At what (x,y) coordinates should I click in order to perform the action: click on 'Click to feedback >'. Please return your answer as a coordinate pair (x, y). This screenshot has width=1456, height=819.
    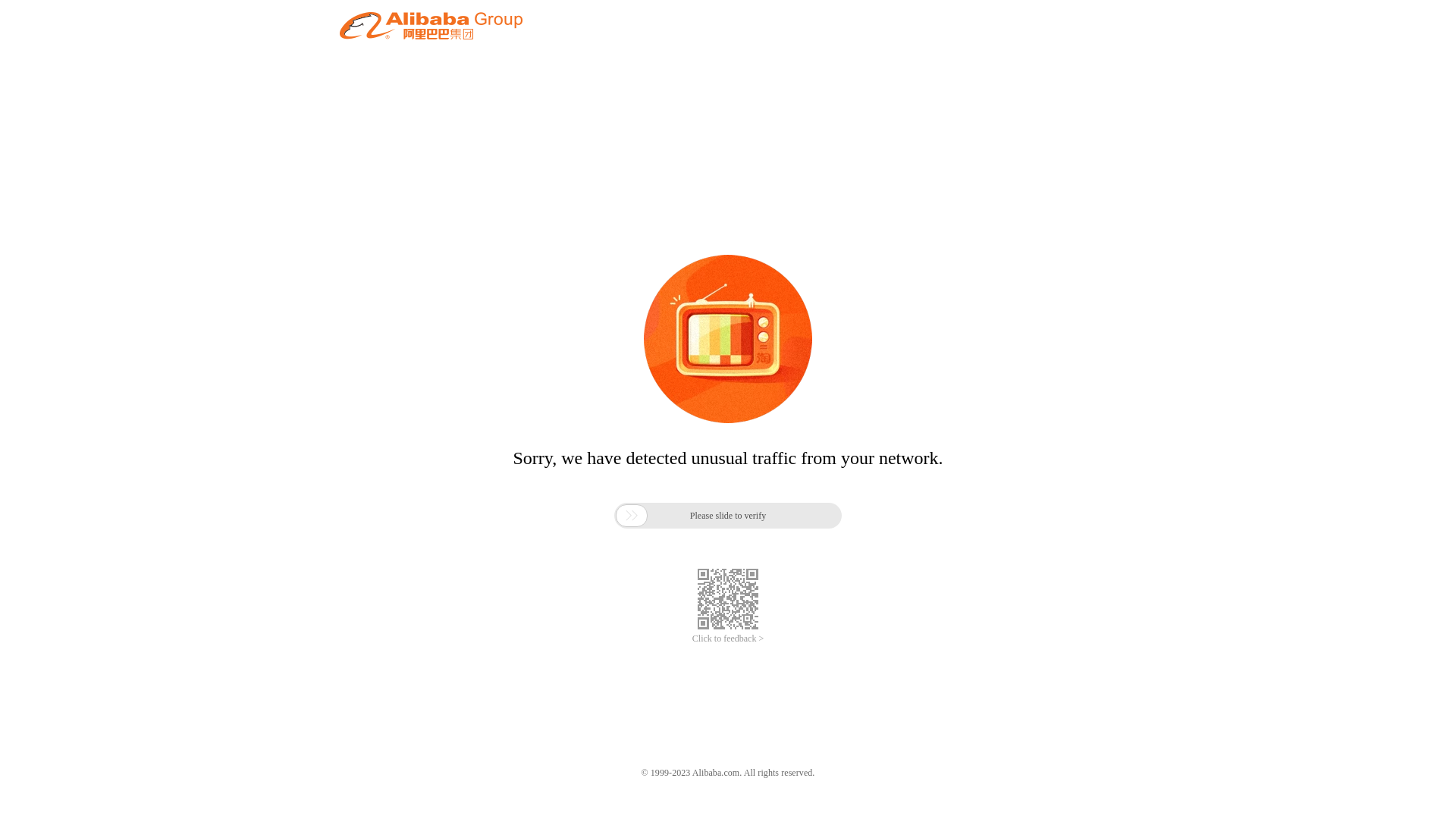
    Looking at the image, I should click on (691, 639).